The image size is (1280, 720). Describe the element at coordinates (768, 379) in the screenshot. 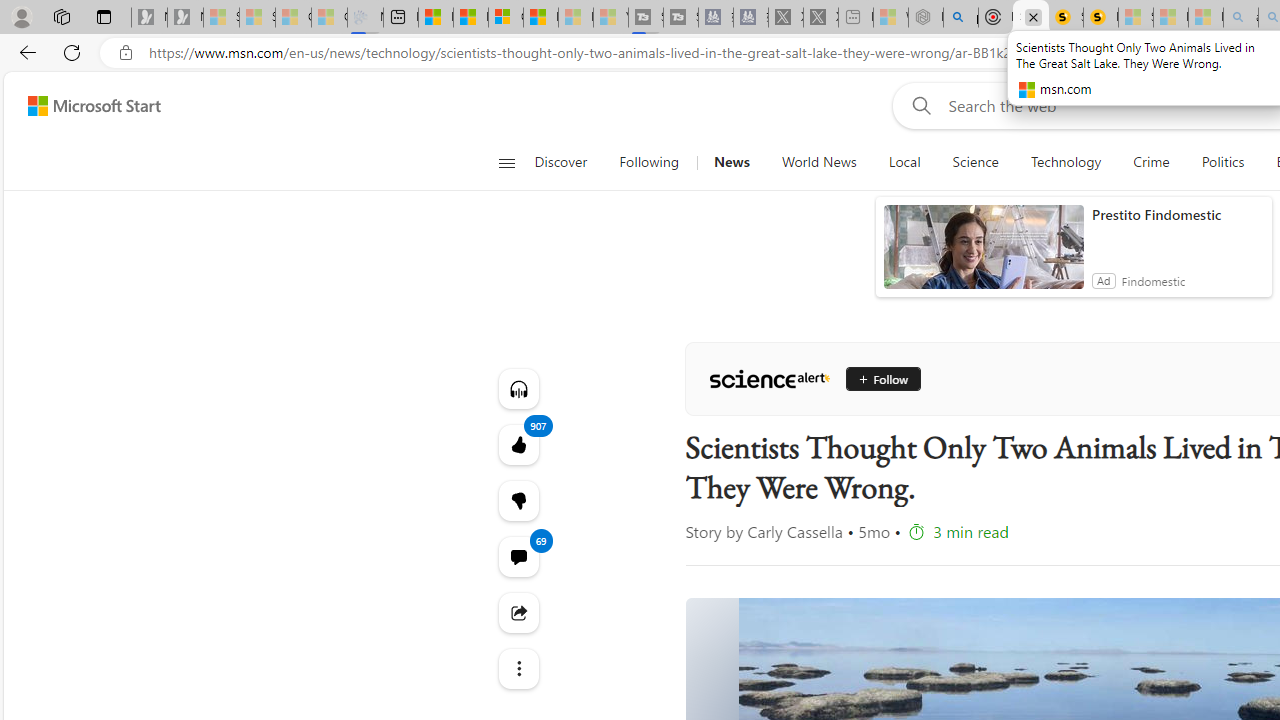

I see `'ScienceAlert'` at that location.